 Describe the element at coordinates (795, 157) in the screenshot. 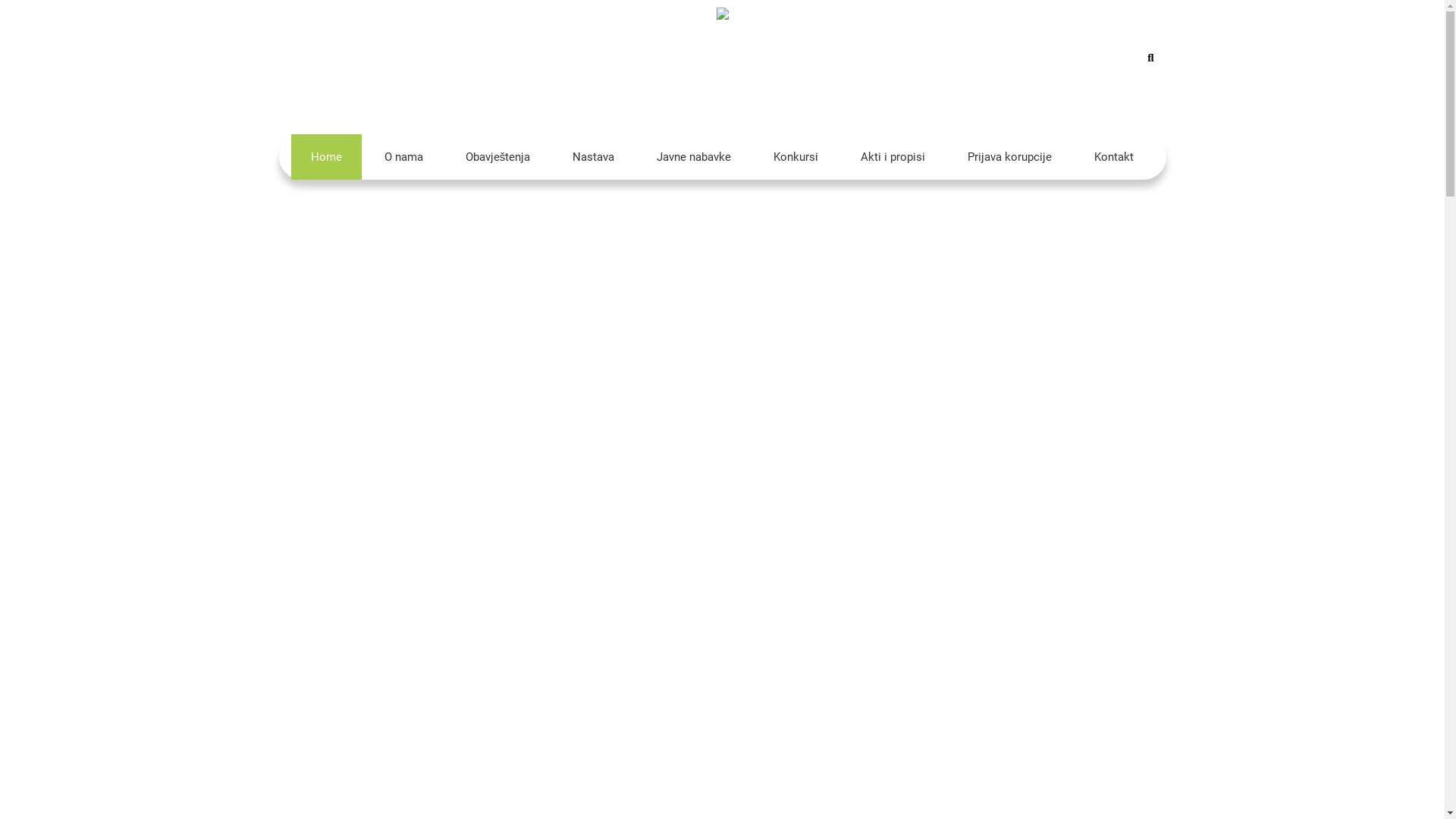

I see `'Konkursi'` at that location.